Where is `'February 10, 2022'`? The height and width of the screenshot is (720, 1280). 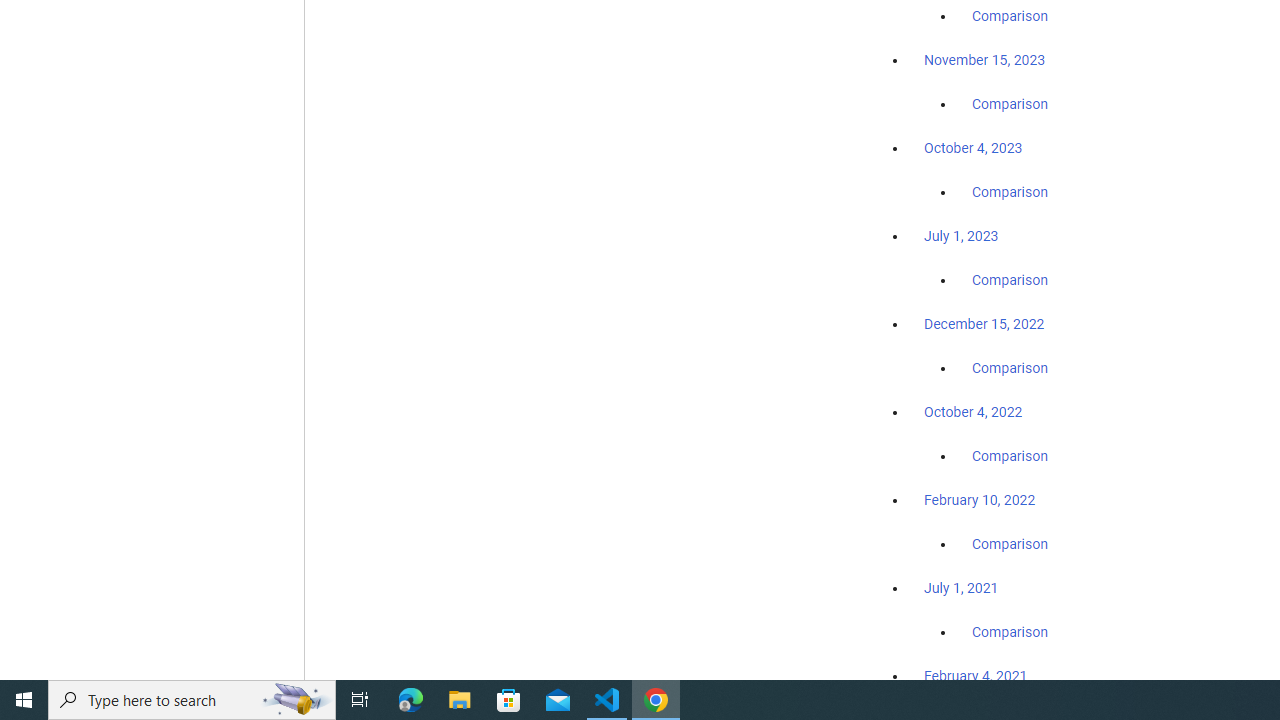 'February 10, 2022' is located at coordinates (979, 499).